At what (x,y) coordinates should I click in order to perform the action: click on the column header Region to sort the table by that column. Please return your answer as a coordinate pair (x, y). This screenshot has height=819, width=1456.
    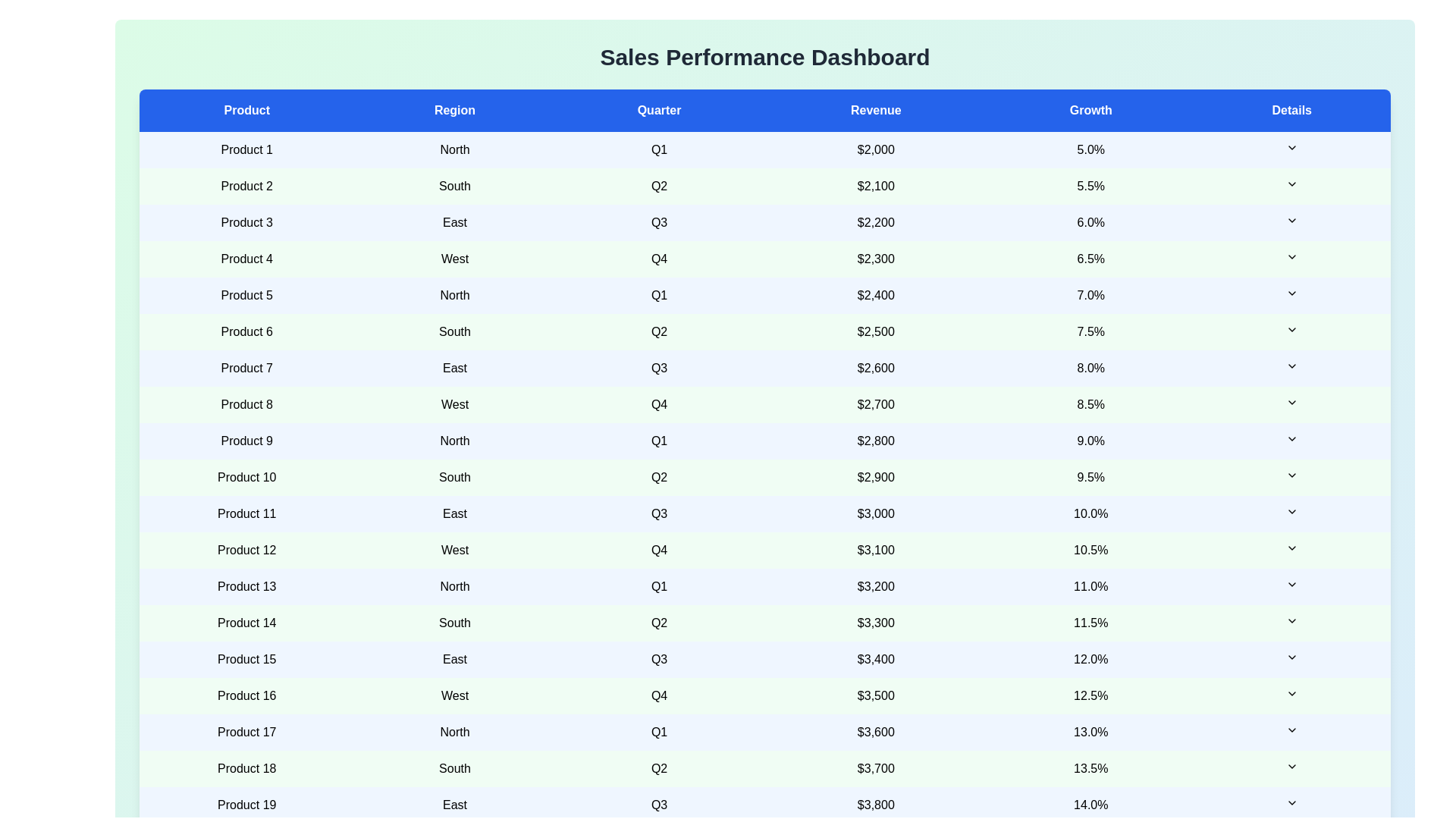
    Looking at the image, I should click on (454, 110).